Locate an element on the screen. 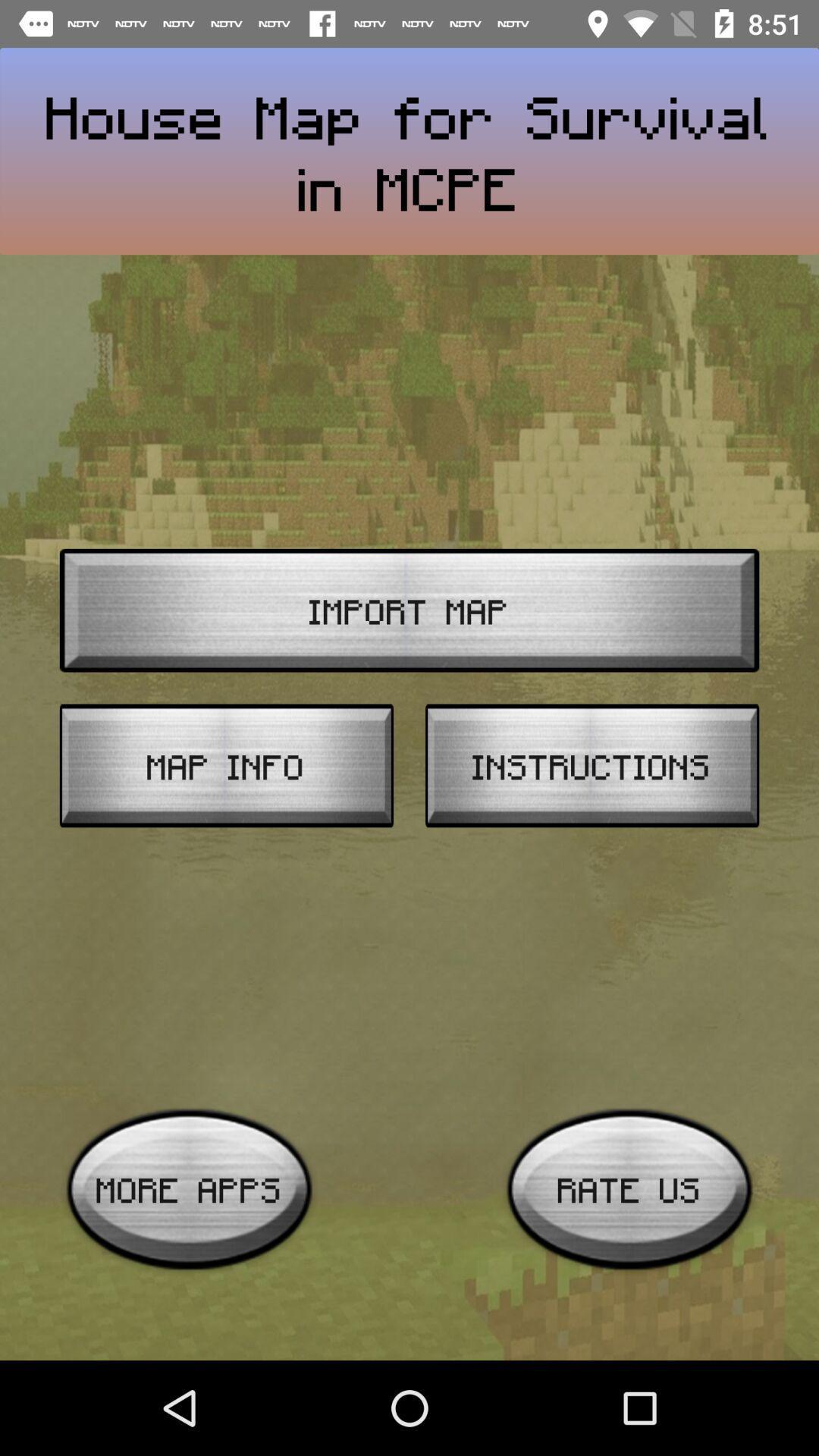 The width and height of the screenshot is (819, 1456). the icon below the import map icon is located at coordinates (591, 765).